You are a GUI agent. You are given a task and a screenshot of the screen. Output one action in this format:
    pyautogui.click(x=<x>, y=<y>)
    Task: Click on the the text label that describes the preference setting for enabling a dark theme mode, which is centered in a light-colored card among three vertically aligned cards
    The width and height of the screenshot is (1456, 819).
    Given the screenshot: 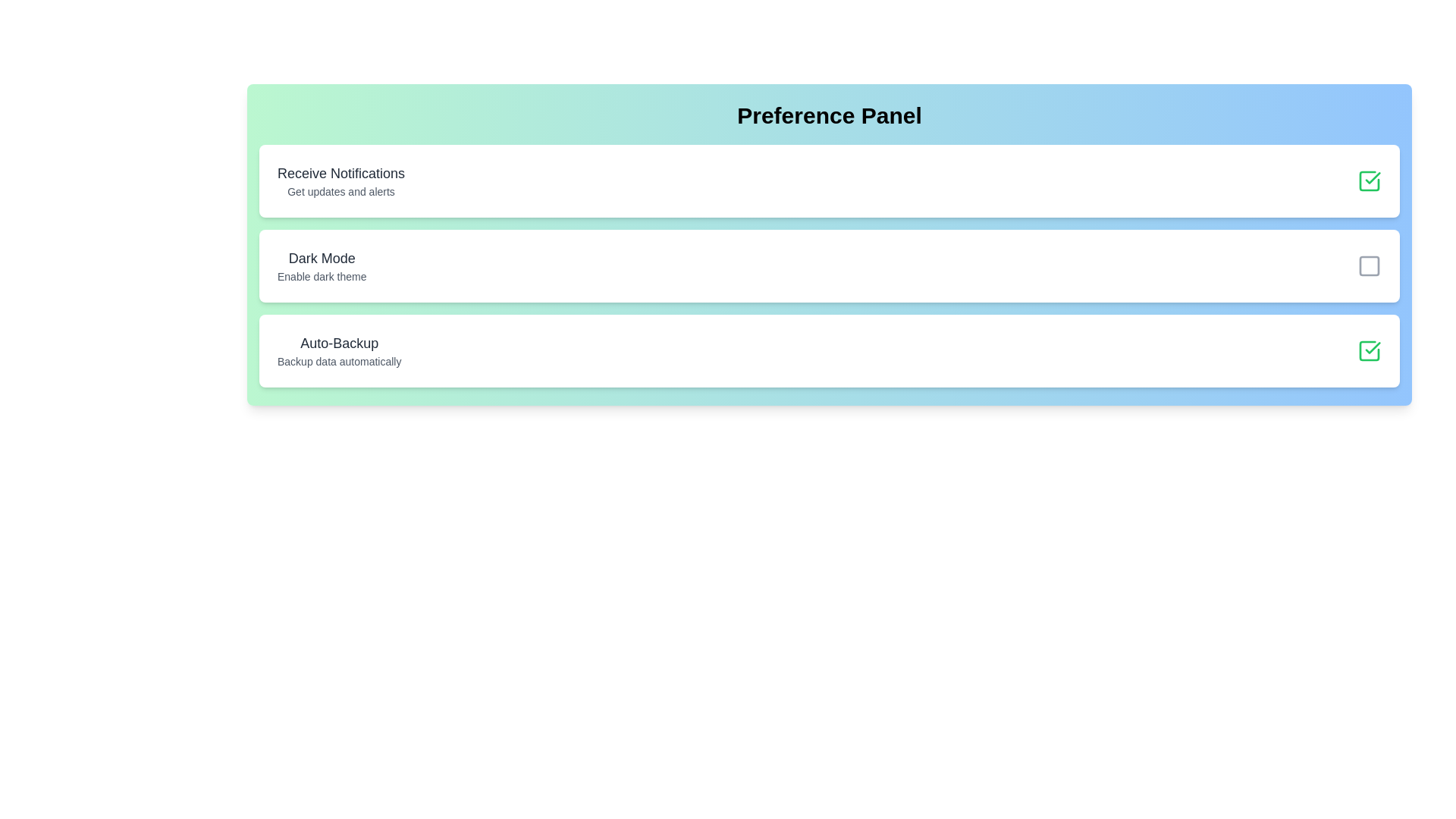 What is the action you would take?
    pyautogui.click(x=321, y=265)
    